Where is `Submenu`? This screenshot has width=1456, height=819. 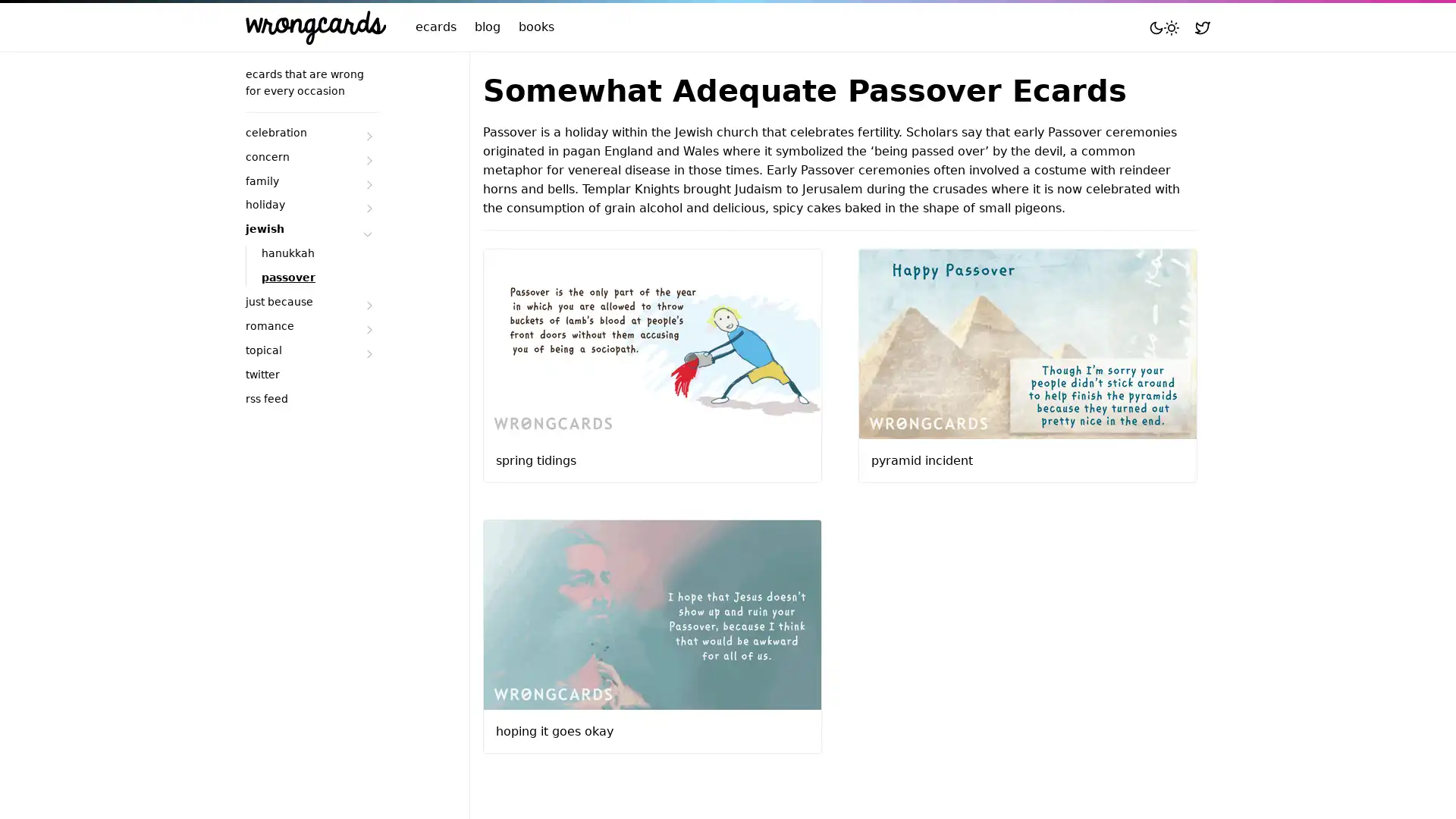 Submenu is located at coordinates (367, 233).